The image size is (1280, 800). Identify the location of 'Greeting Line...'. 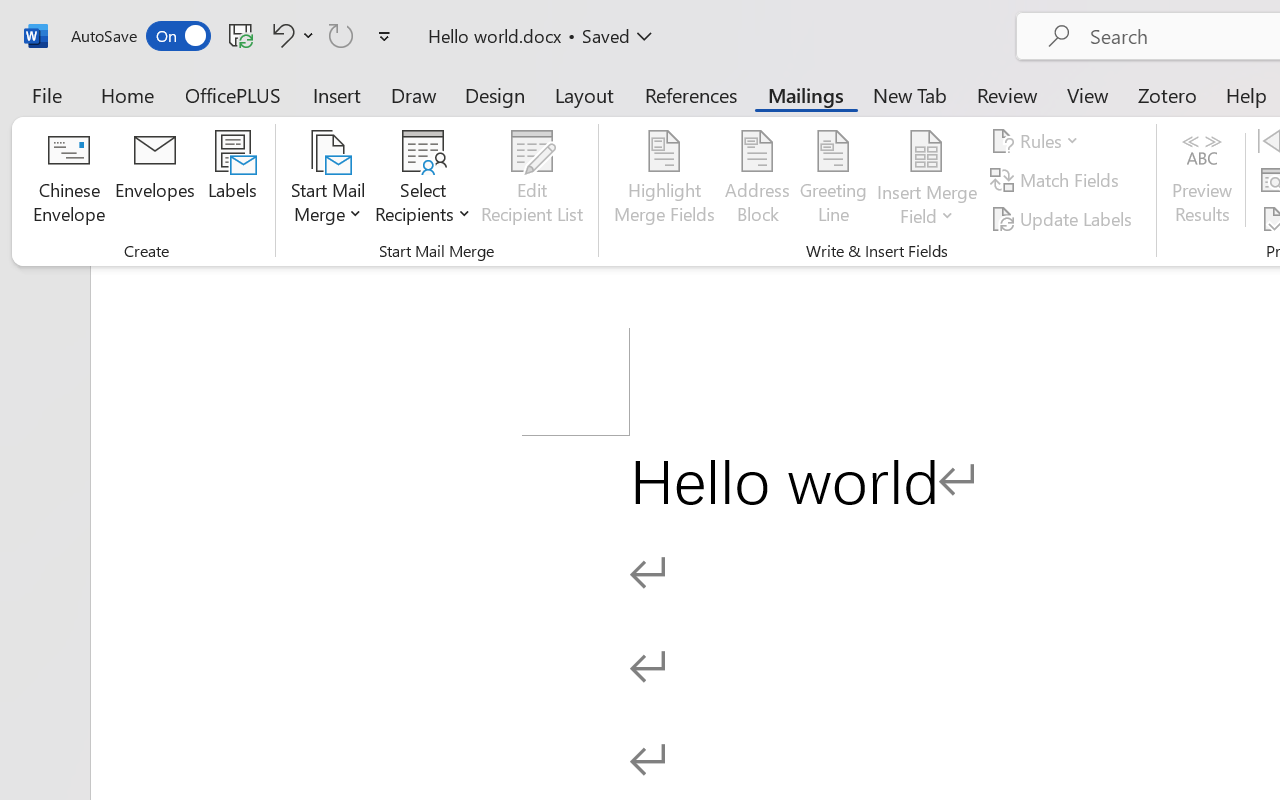
(833, 179).